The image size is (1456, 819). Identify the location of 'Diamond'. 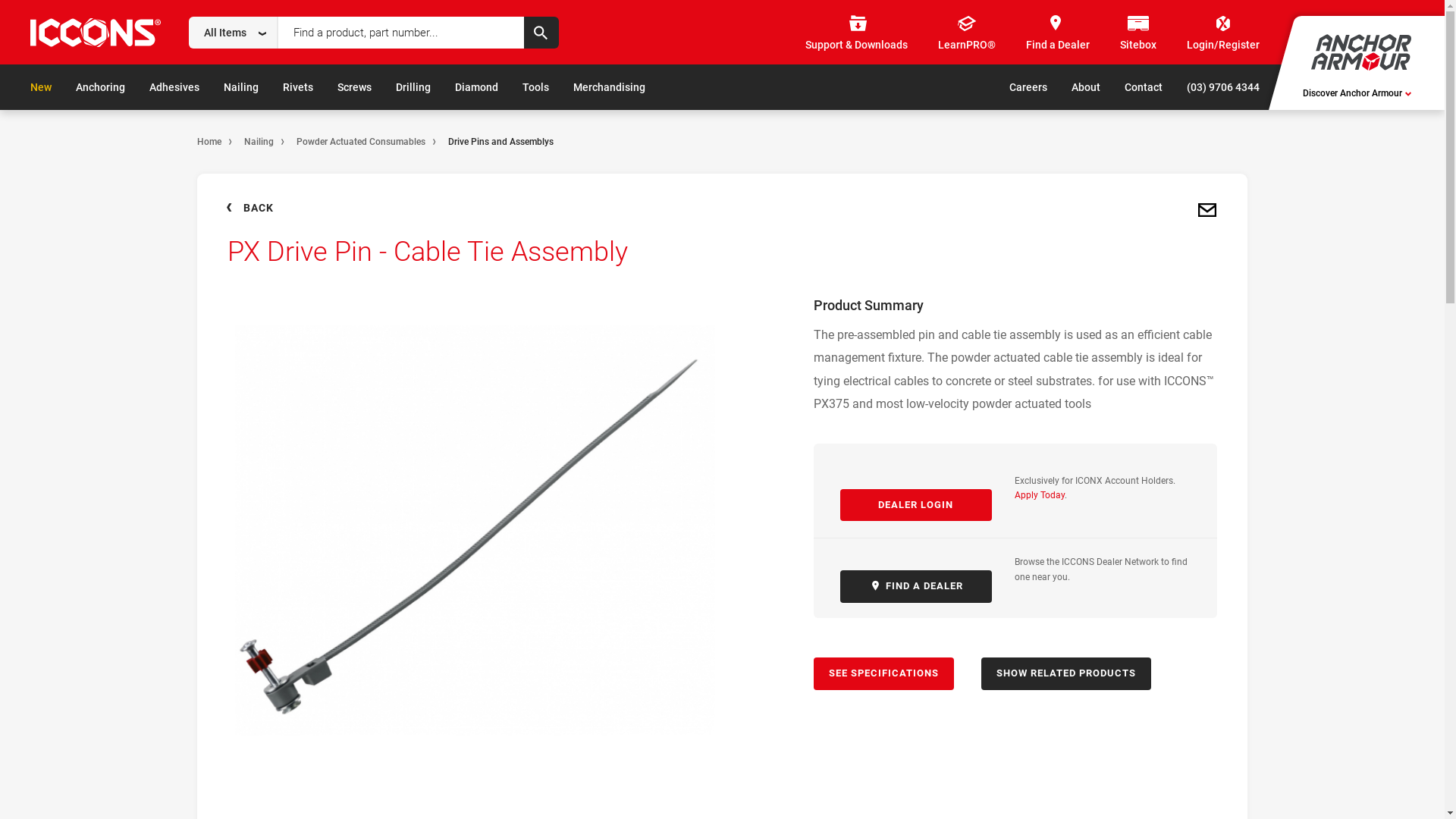
(475, 87).